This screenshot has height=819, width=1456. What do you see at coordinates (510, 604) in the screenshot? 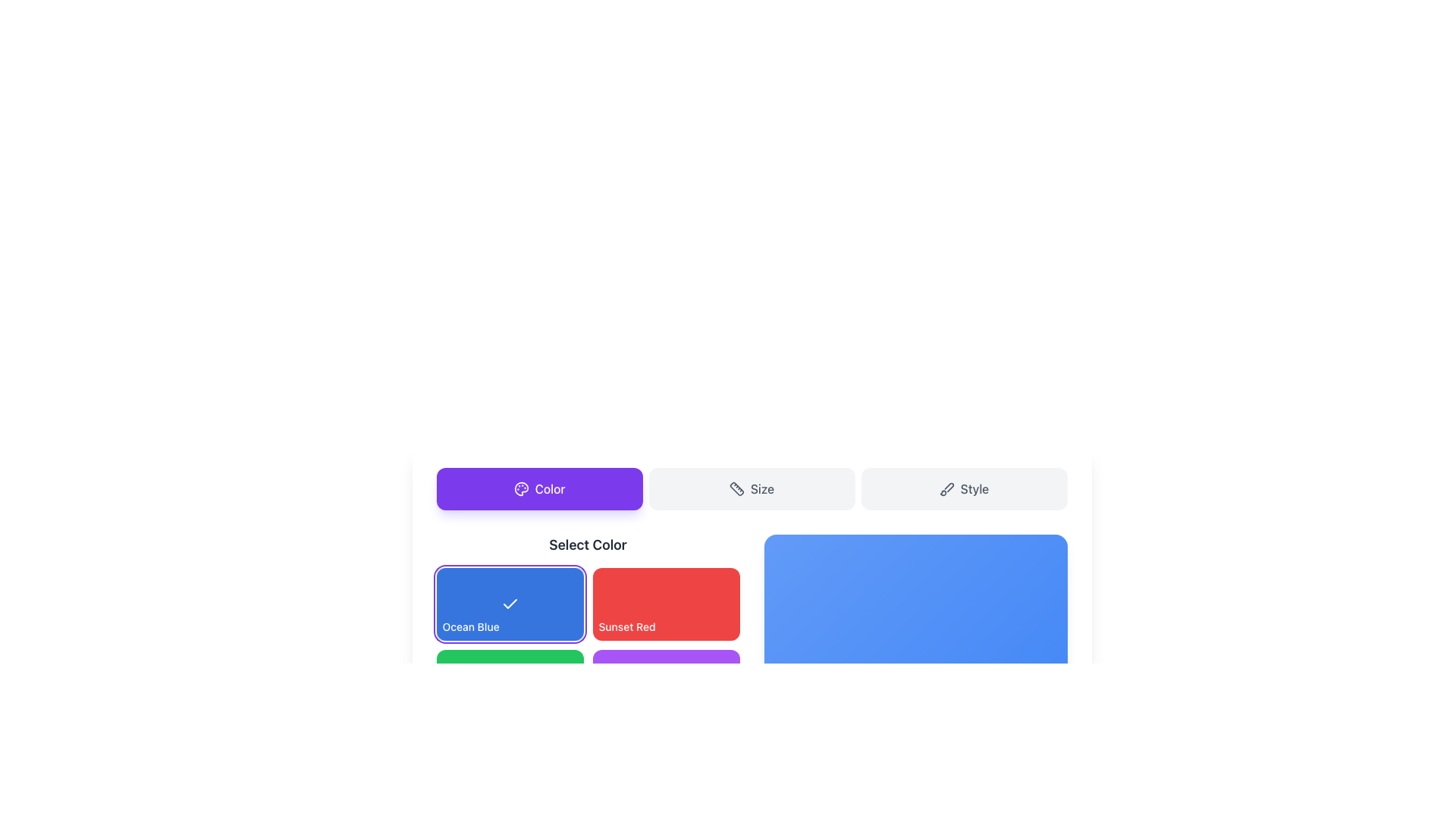
I see `the 'Ocean Blue' selectable color card located in the top-left cell of the grid` at bounding box center [510, 604].